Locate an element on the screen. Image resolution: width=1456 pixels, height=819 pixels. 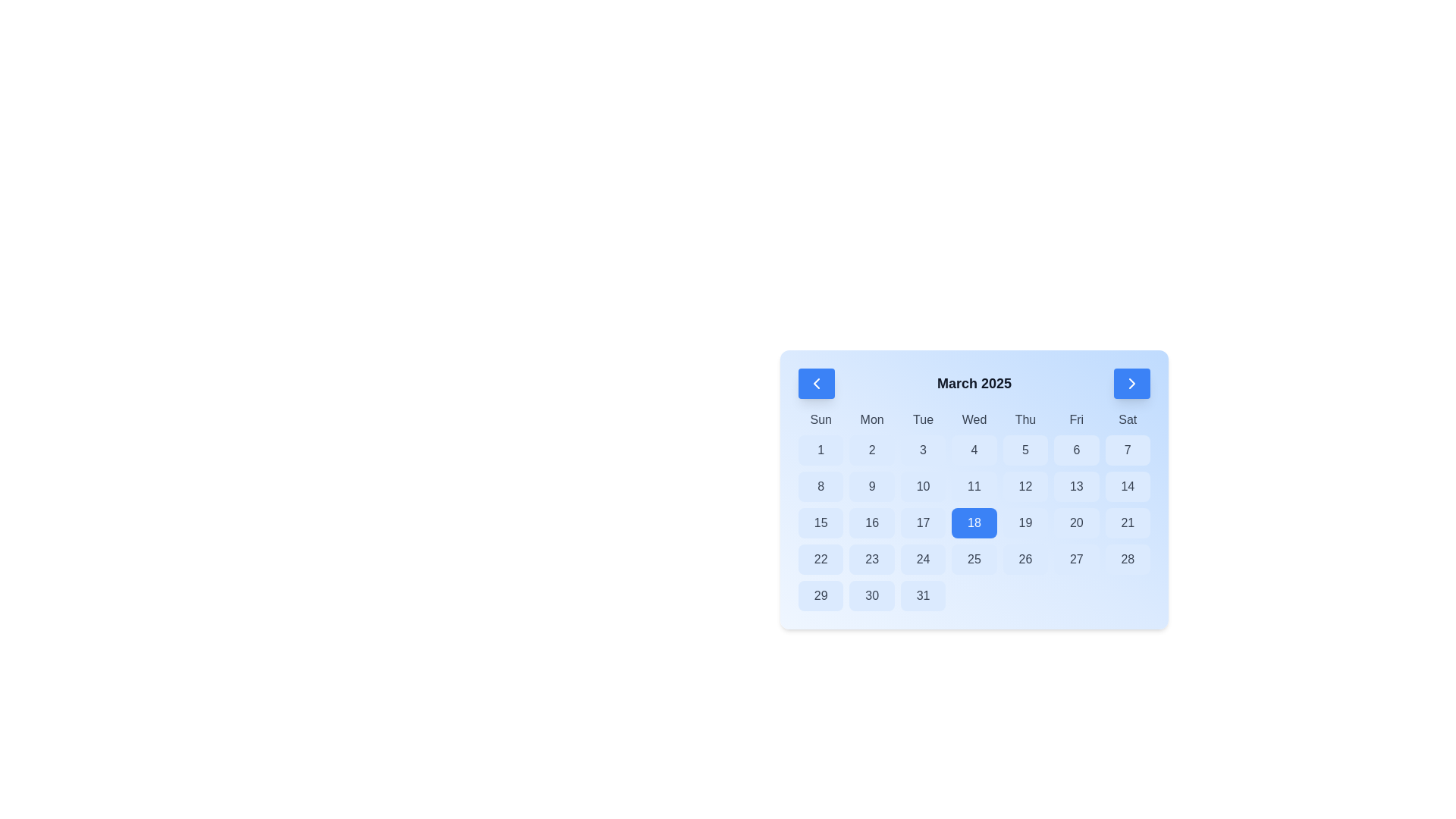
the light blue button with the number '6' in bold black text, located in the first week row under the 'Fri' column is located at coordinates (1075, 450).